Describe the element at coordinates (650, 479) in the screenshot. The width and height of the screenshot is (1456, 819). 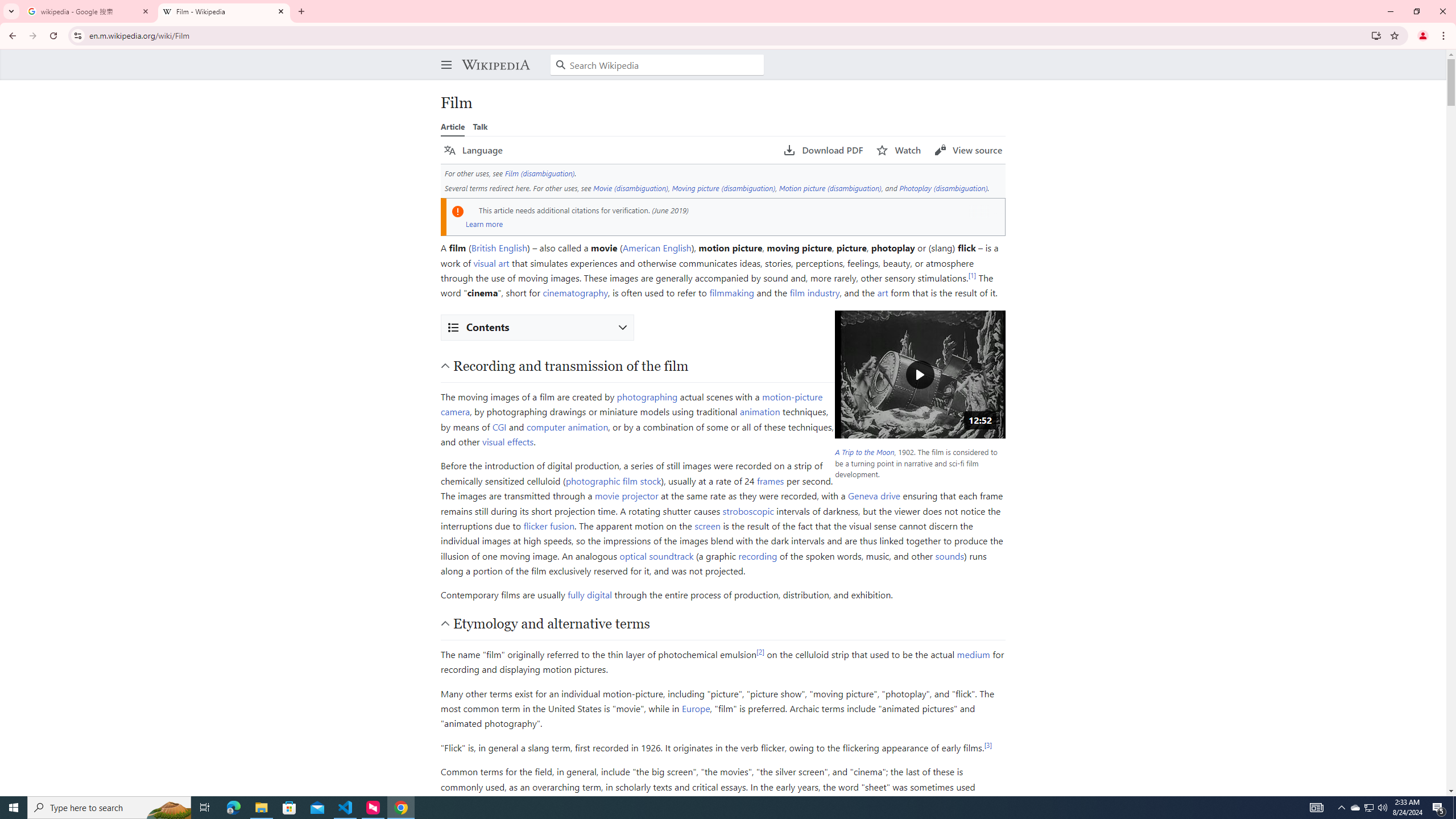
I see `'stock'` at that location.